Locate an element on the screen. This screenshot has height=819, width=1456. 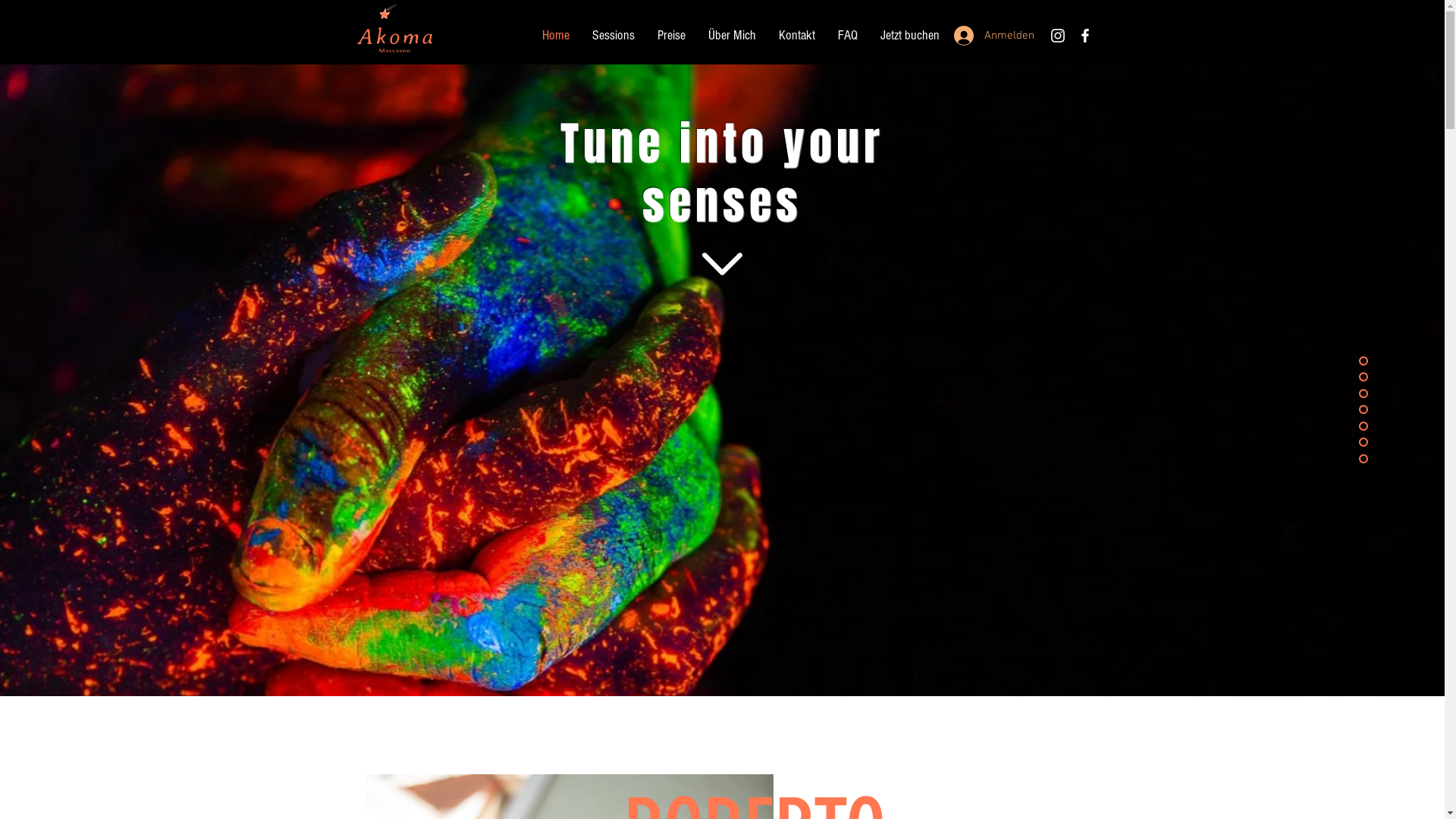
'Preise' is located at coordinates (670, 34).